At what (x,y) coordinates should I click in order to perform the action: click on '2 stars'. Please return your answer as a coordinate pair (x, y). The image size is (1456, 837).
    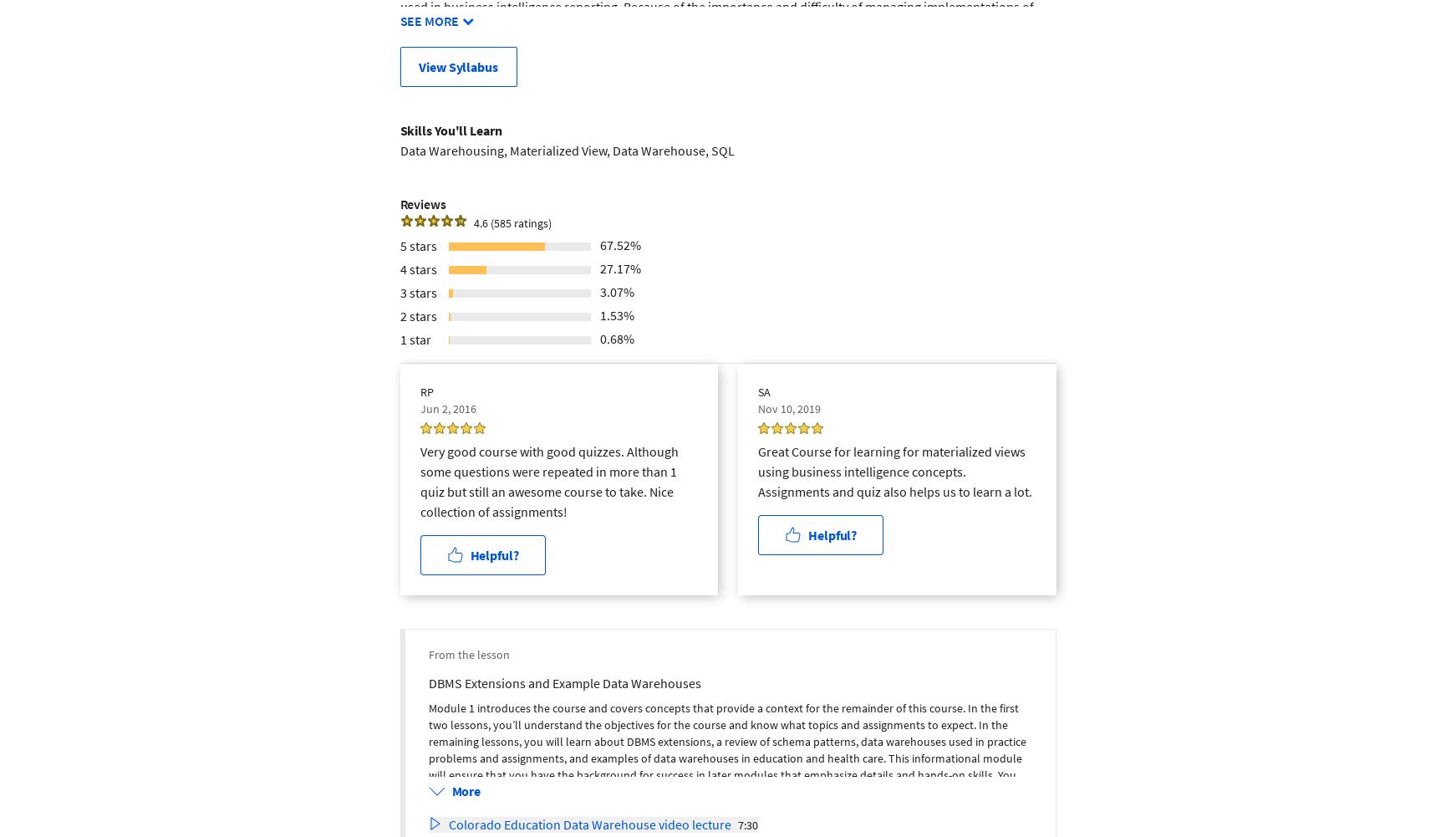
    Looking at the image, I should click on (417, 314).